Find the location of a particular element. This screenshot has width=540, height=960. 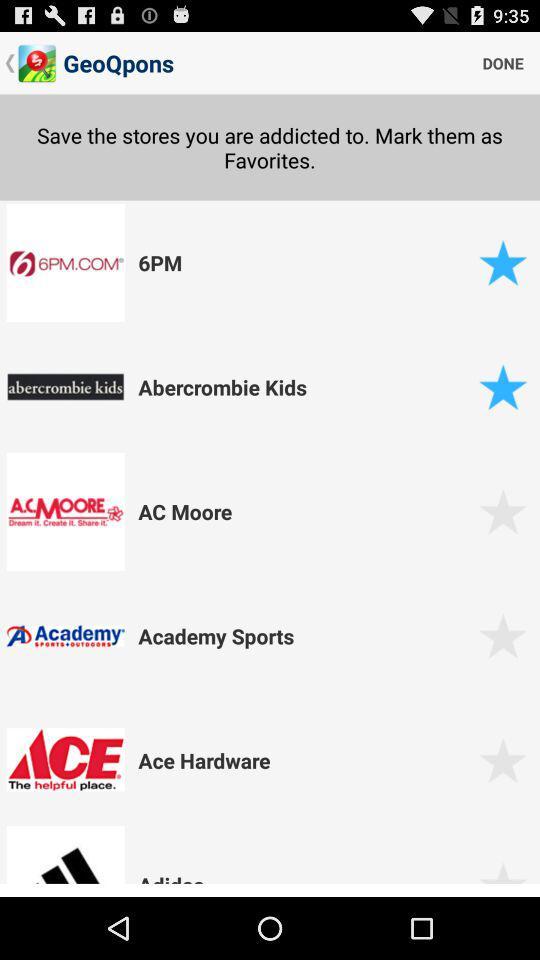

the app below the save the stores icon is located at coordinates (305, 261).